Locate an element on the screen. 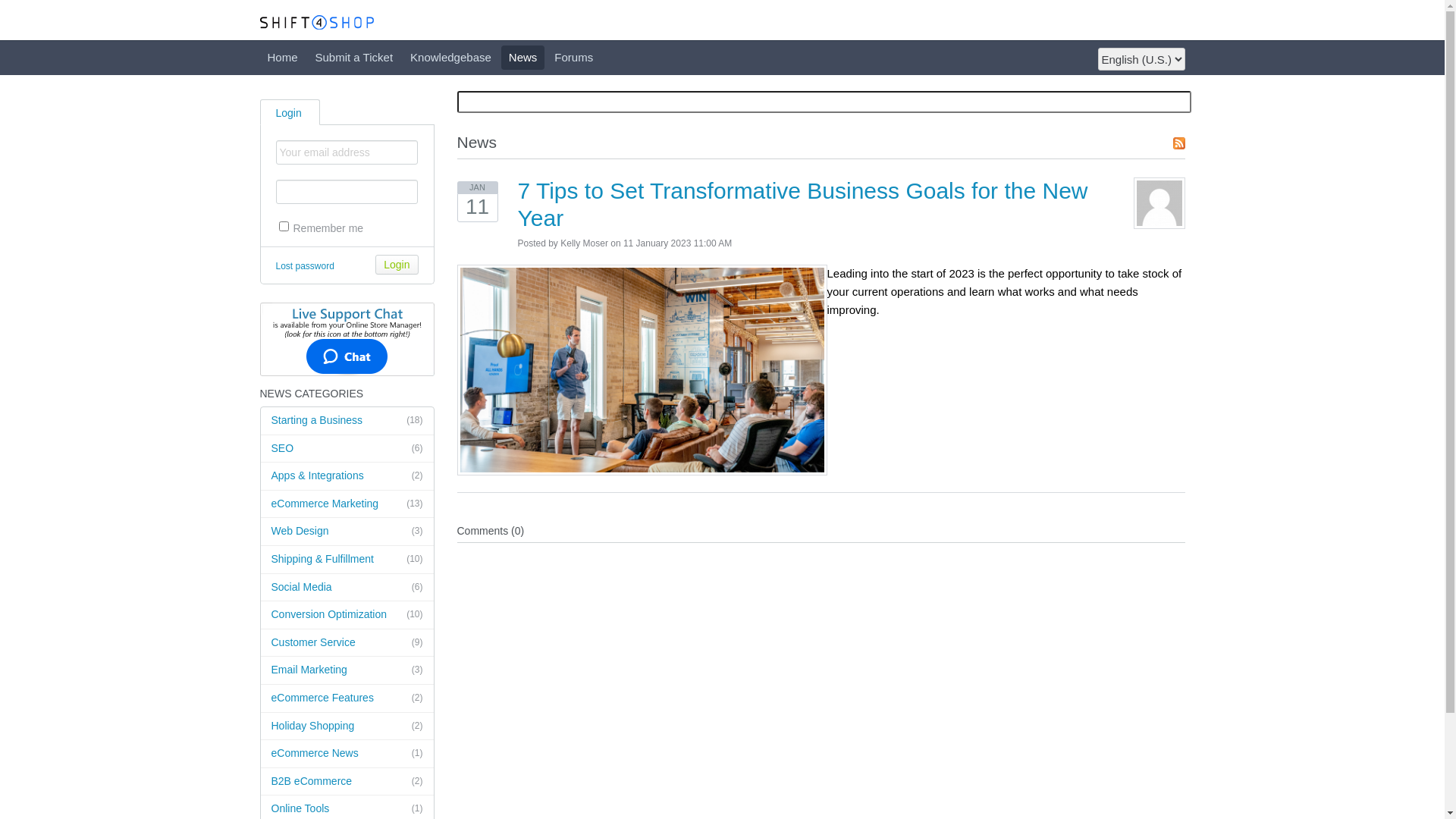  'RSS Feed' is located at coordinates (1178, 142).